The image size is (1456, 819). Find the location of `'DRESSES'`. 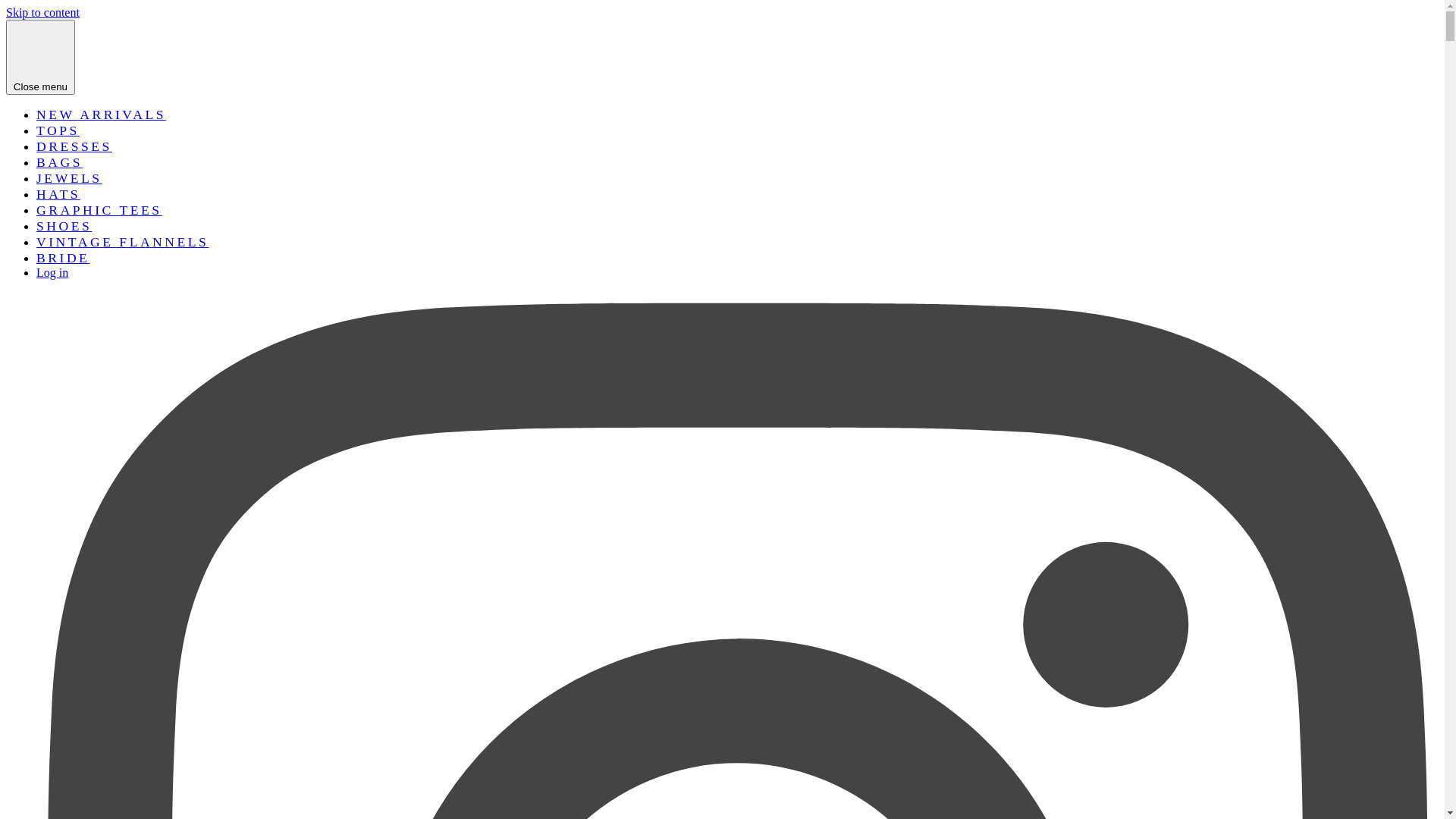

'DRESSES' is located at coordinates (73, 146).